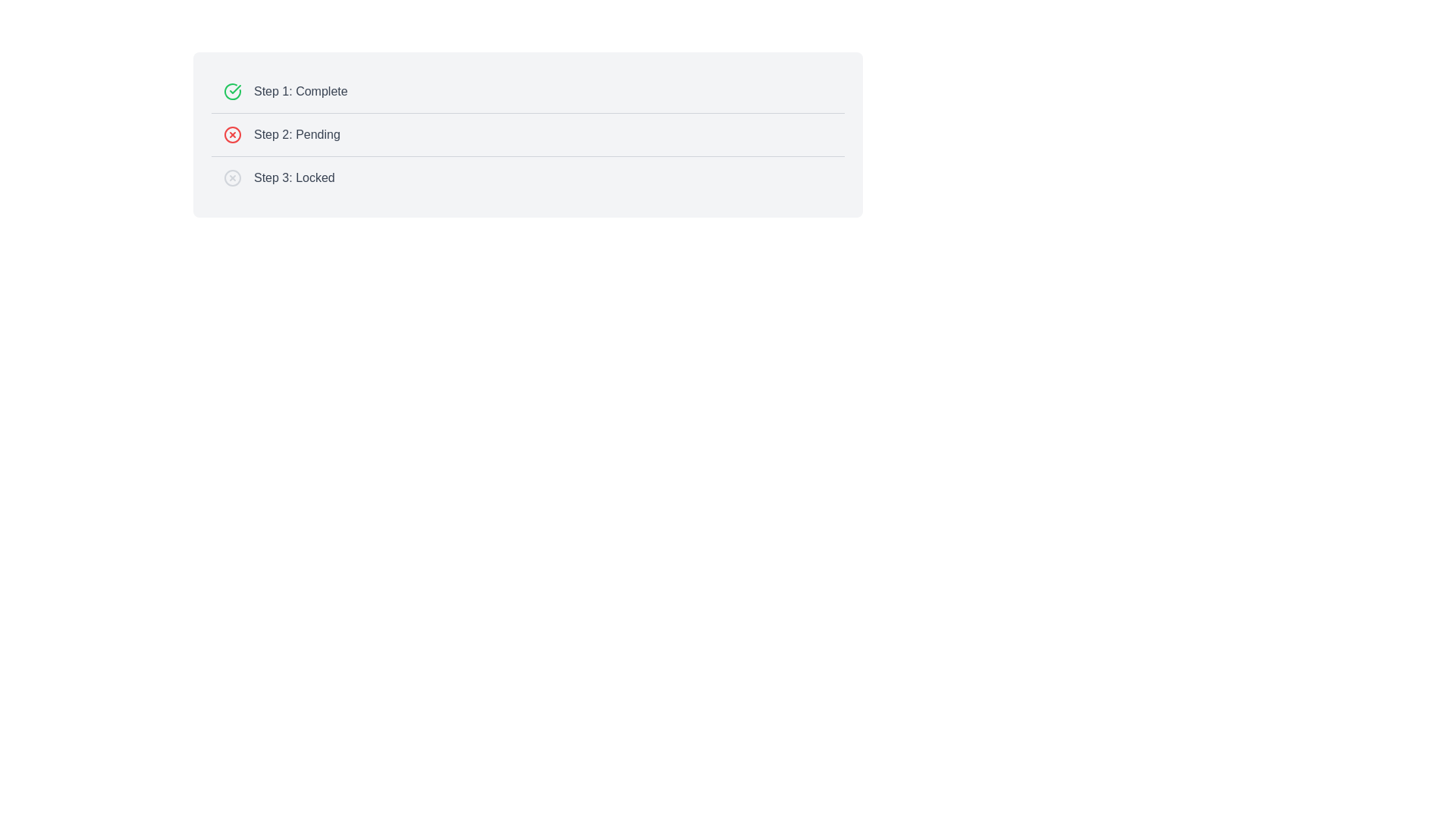 The height and width of the screenshot is (819, 1456). Describe the element at coordinates (300, 91) in the screenshot. I see `the text label that displays 'Step 1: Complete', which is styled in gray and positioned to the right of a green check mark icon in the multi-step progress list` at that location.